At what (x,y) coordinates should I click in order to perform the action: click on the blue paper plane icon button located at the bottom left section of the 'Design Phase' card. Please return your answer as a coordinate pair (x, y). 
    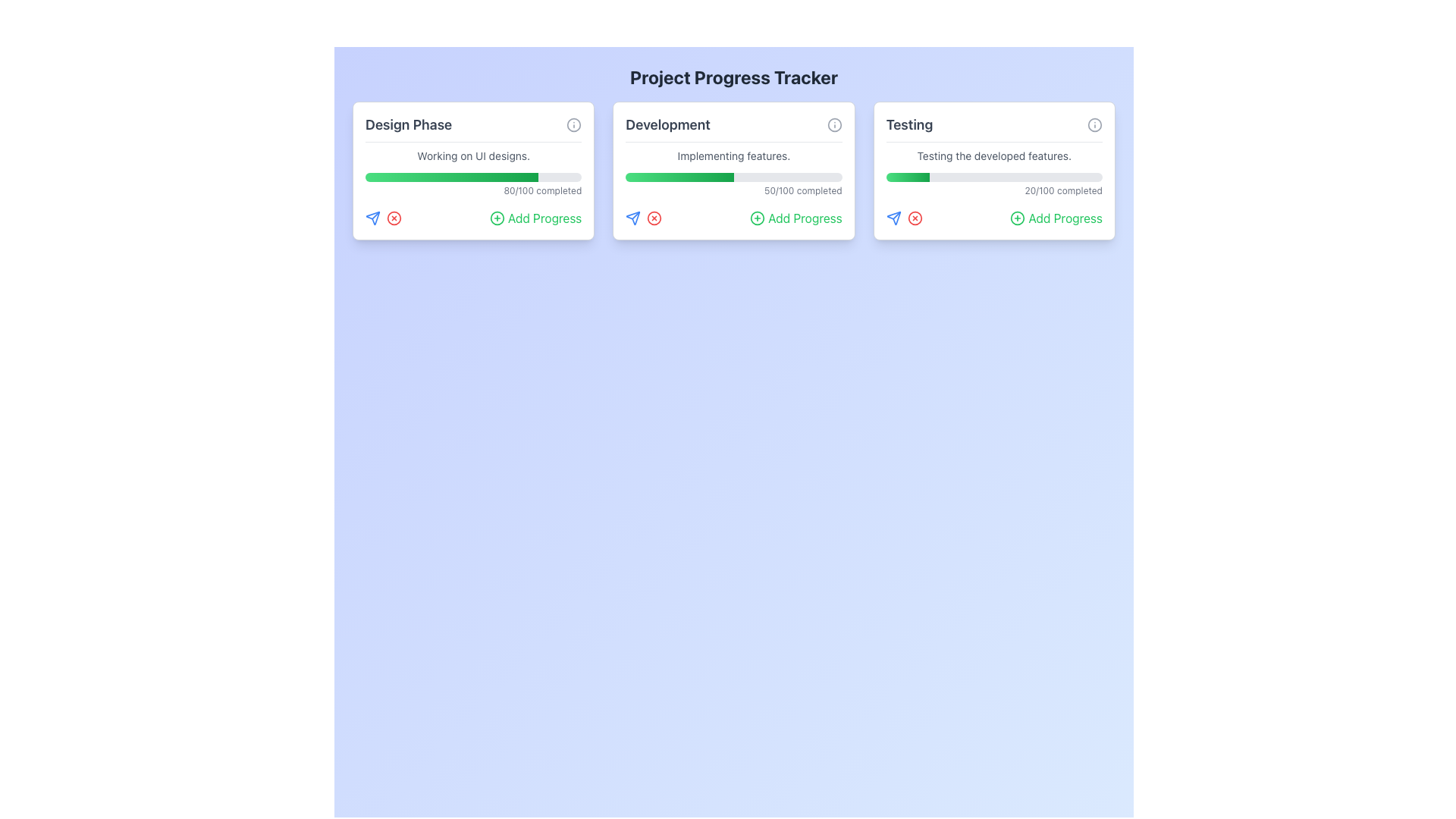
    Looking at the image, I should click on (372, 218).